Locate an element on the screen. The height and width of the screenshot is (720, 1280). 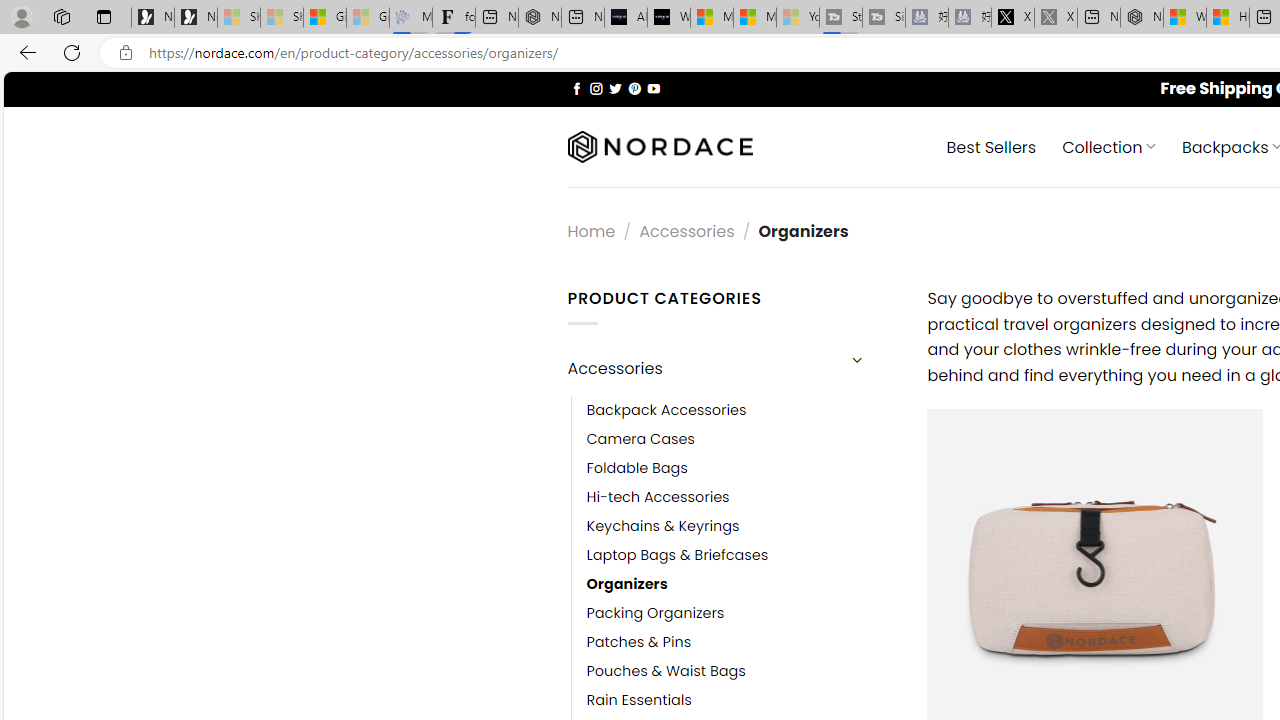
'Newsletter Sign Up' is located at coordinates (196, 17).